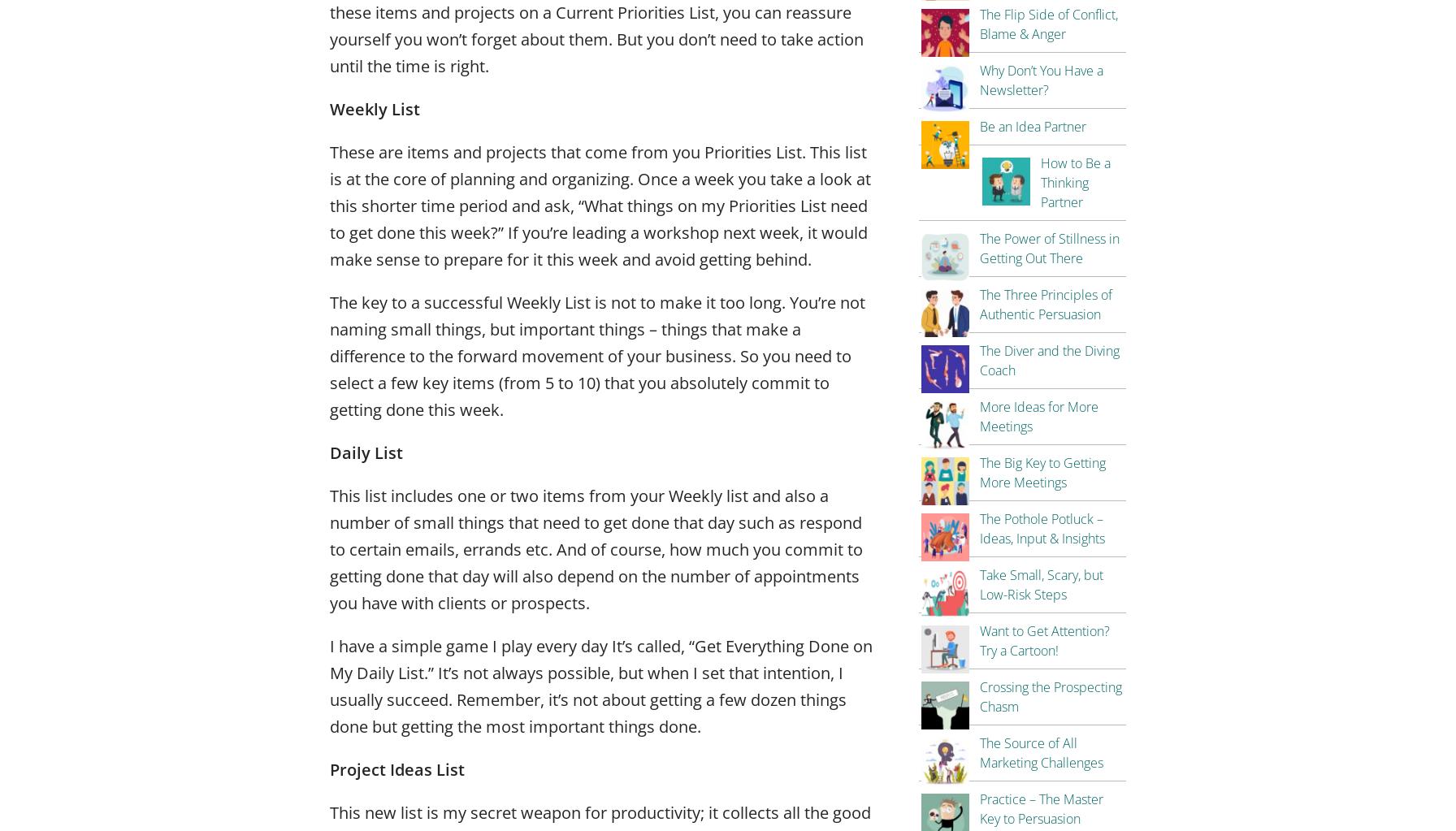 This screenshot has width=1456, height=831. What do you see at coordinates (980, 529) in the screenshot?
I see `'The Pothole Potluck – Ideas, Input & Insights'` at bounding box center [980, 529].